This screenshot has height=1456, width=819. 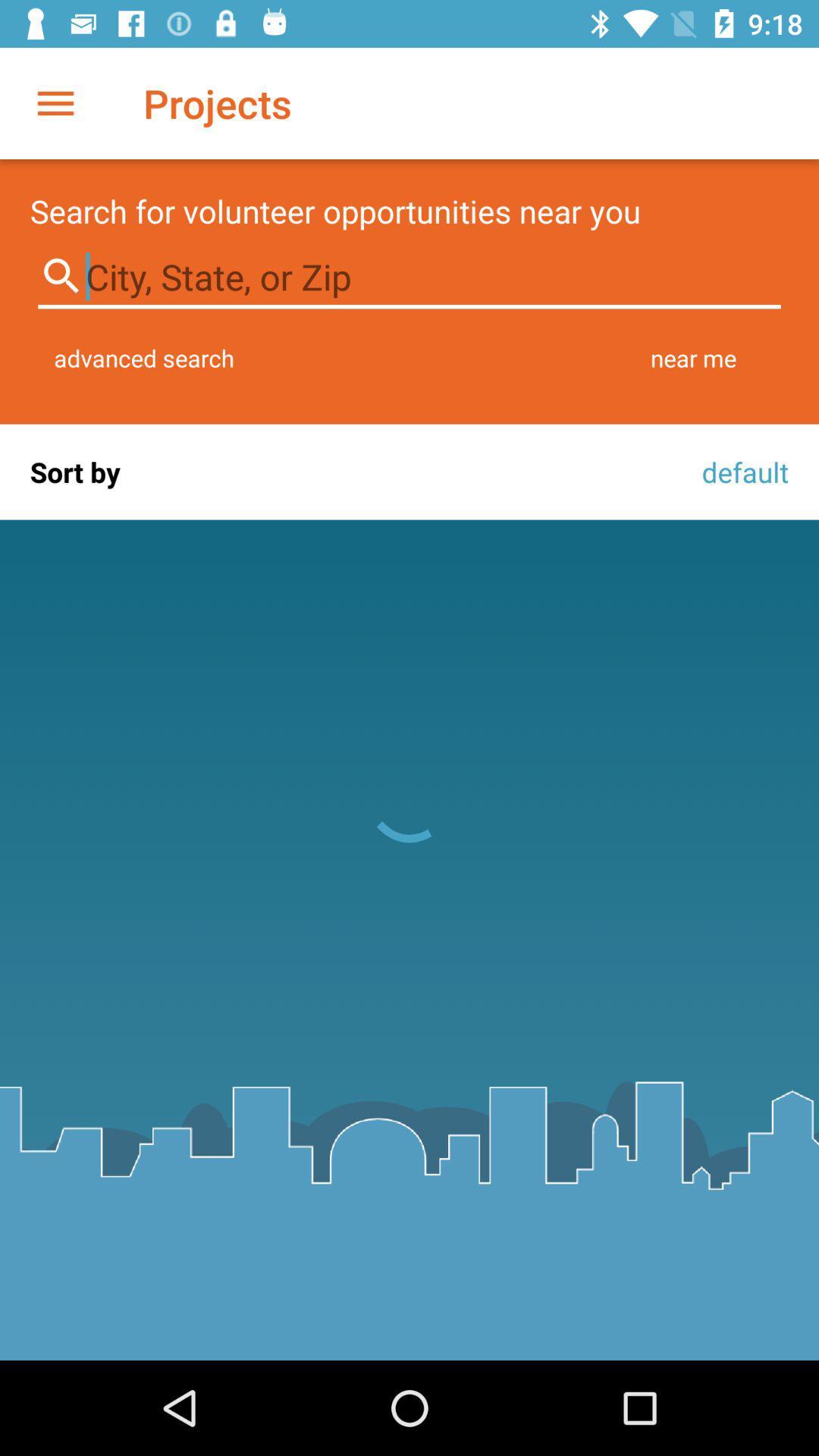 What do you see at coordinates (740, 471) in the screenshot?
I see `item below the near me item` at bounding box center [740, 471].